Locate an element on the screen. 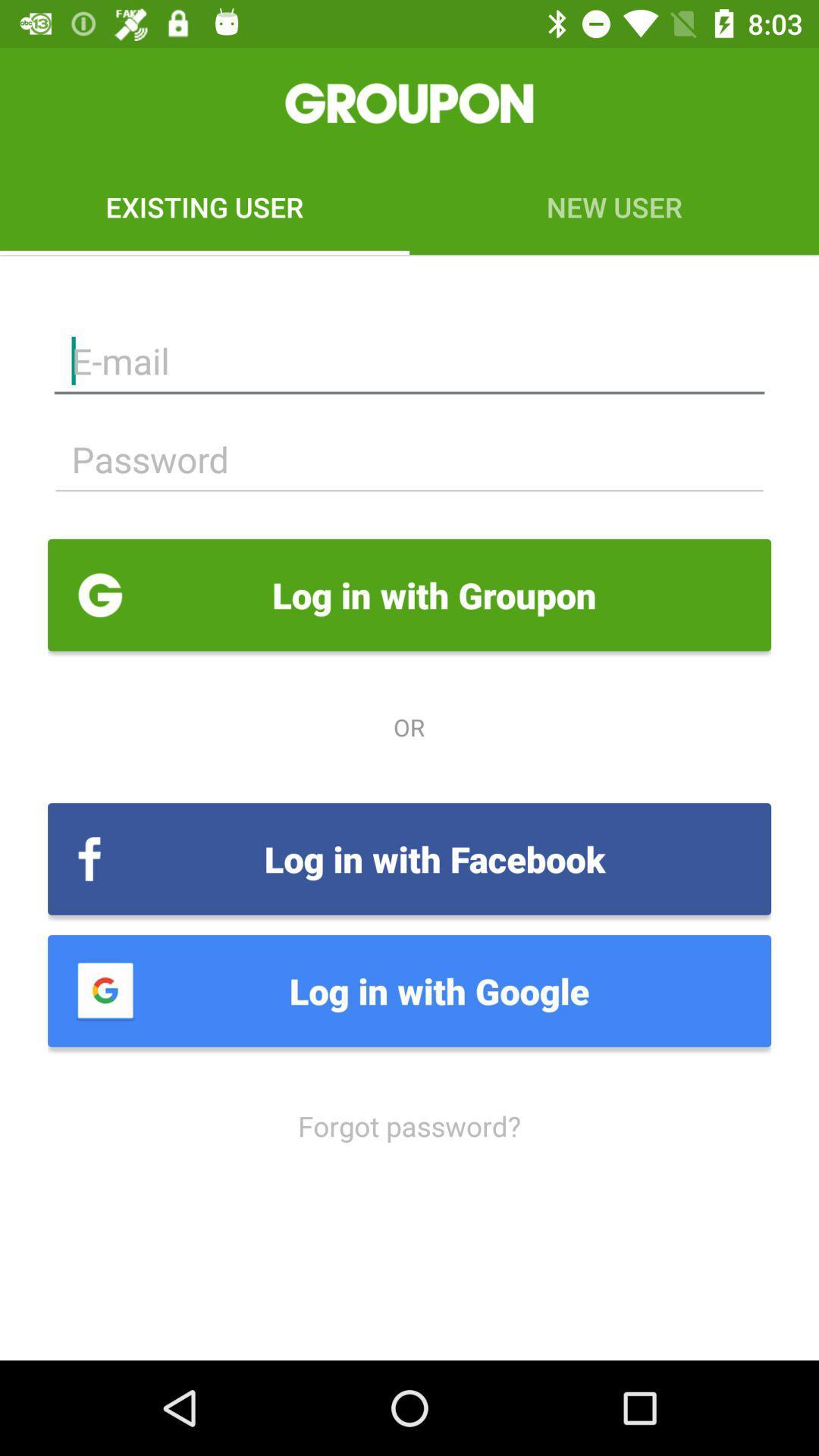 The image size is (819, 1456). icon to the right of existing user icon is located at coordinates (614, 206).